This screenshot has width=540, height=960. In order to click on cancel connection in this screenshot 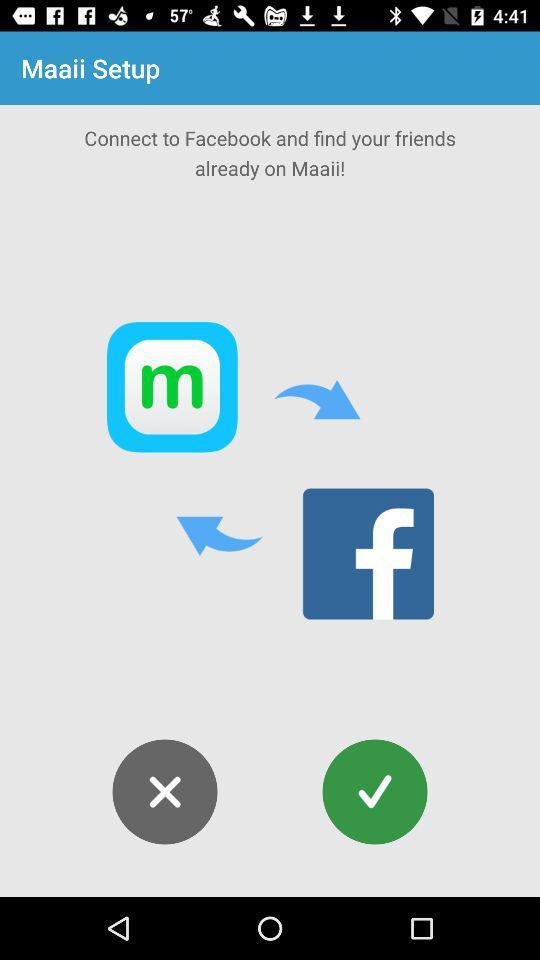, I will do `click(164, 792)`.